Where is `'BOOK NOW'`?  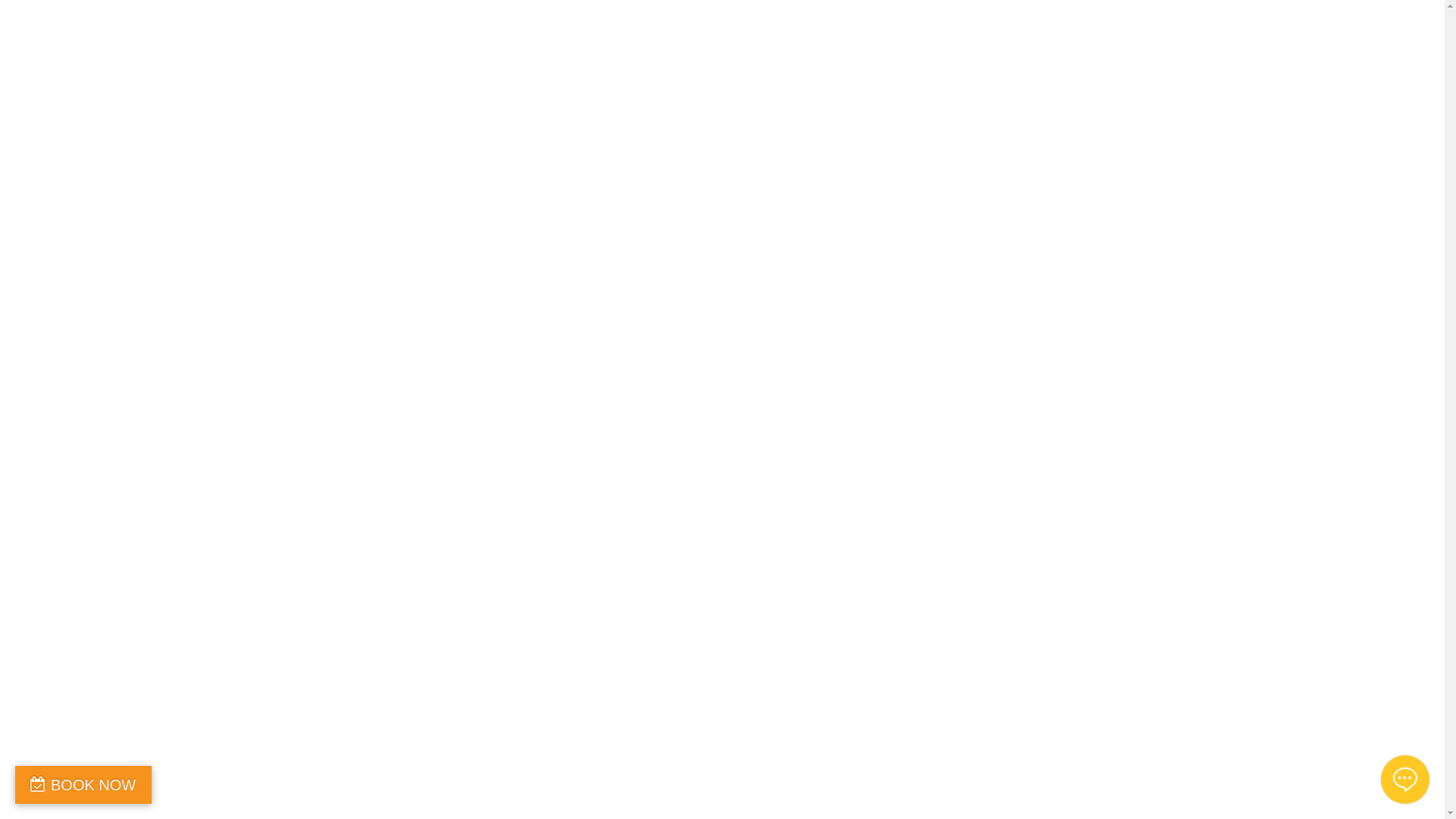 'BOOK NOW' is located at coordinates (83, 784).